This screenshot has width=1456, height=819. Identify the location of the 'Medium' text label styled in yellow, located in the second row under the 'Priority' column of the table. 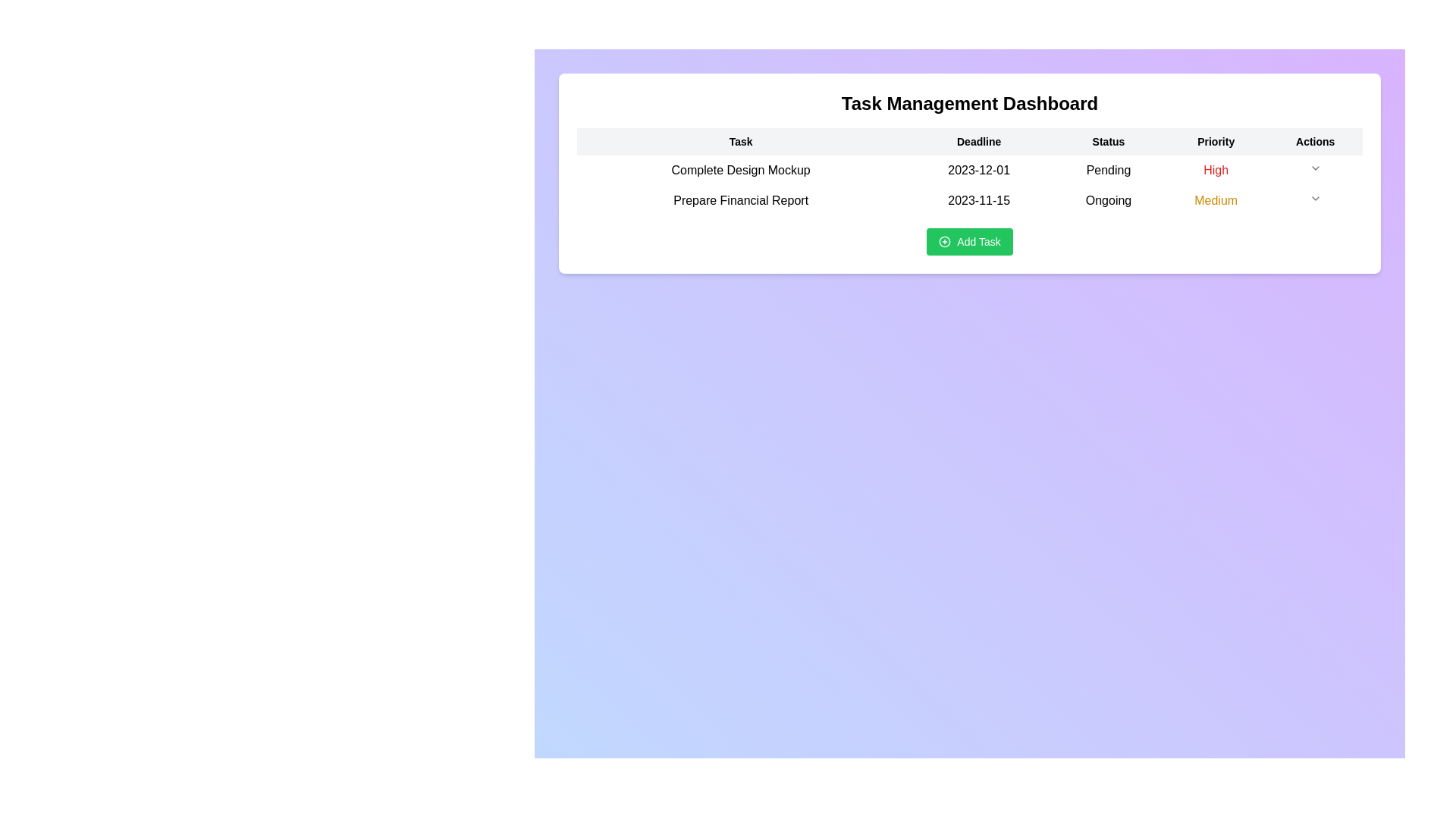
(1216, 199).